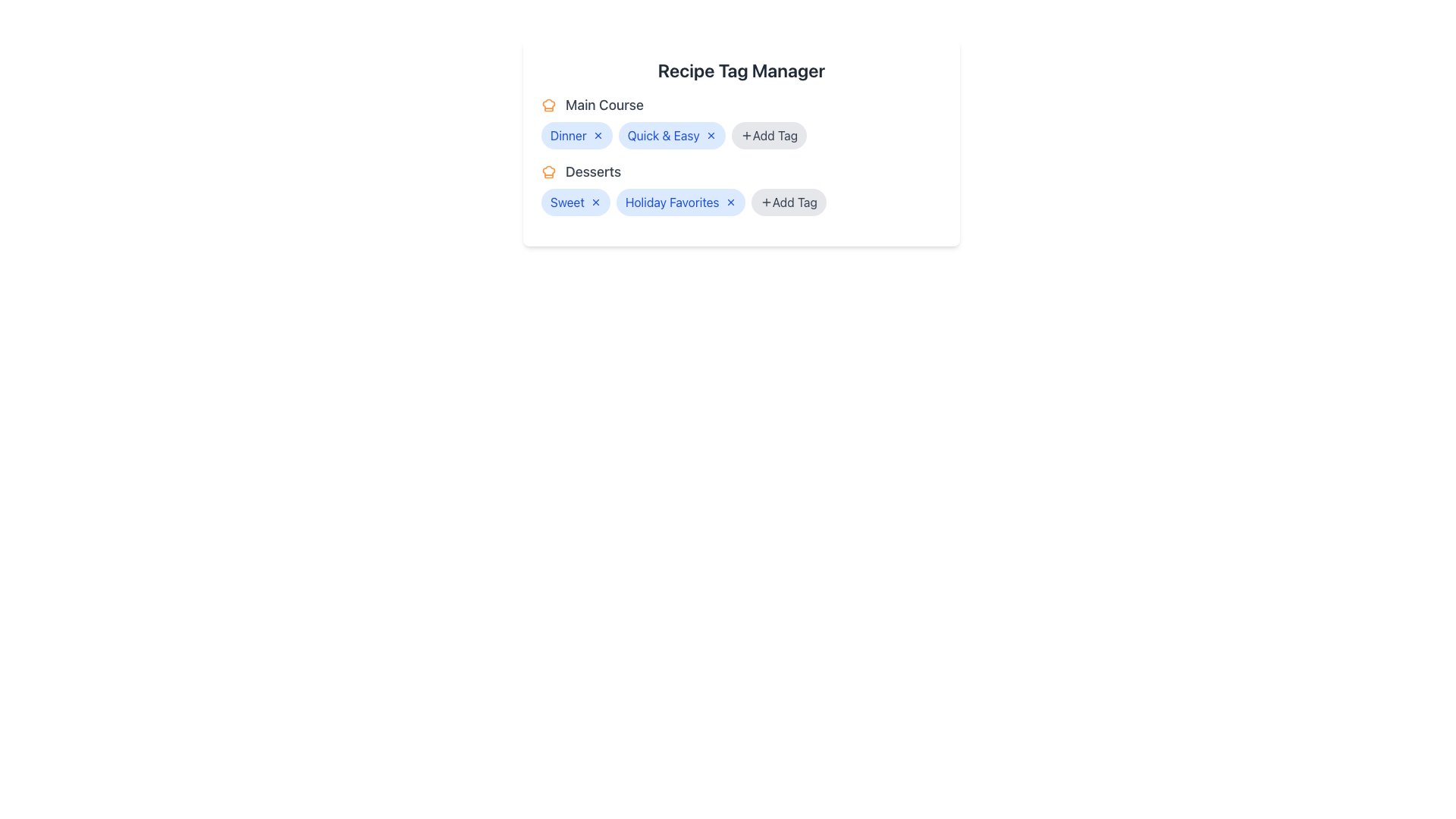  What do you see at coordinates (671, 134) in the screenshot?
I see `the 'Quick & Easy' tag label, which has a rounded light blue background and blue text, located in the 'Recipe Tag Manager' section under 'Main Course'. It is the second tag from the left, positioned between 'Dinner' and the 'Remove' button` at bounding box center [671, 134].